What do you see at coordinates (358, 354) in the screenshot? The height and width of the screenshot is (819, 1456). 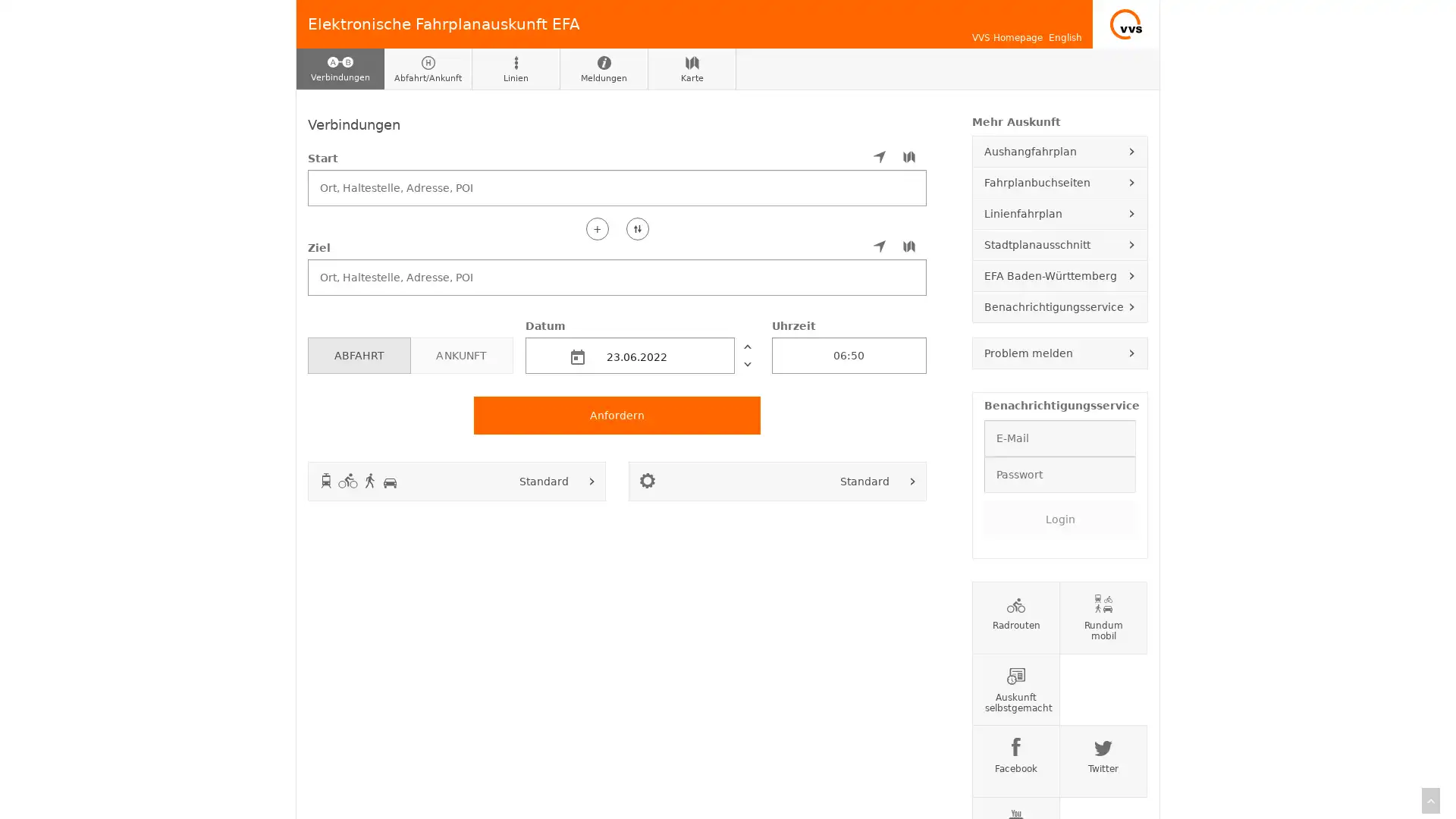 I see `ABFAHRT` at bounding box center [358, 354].